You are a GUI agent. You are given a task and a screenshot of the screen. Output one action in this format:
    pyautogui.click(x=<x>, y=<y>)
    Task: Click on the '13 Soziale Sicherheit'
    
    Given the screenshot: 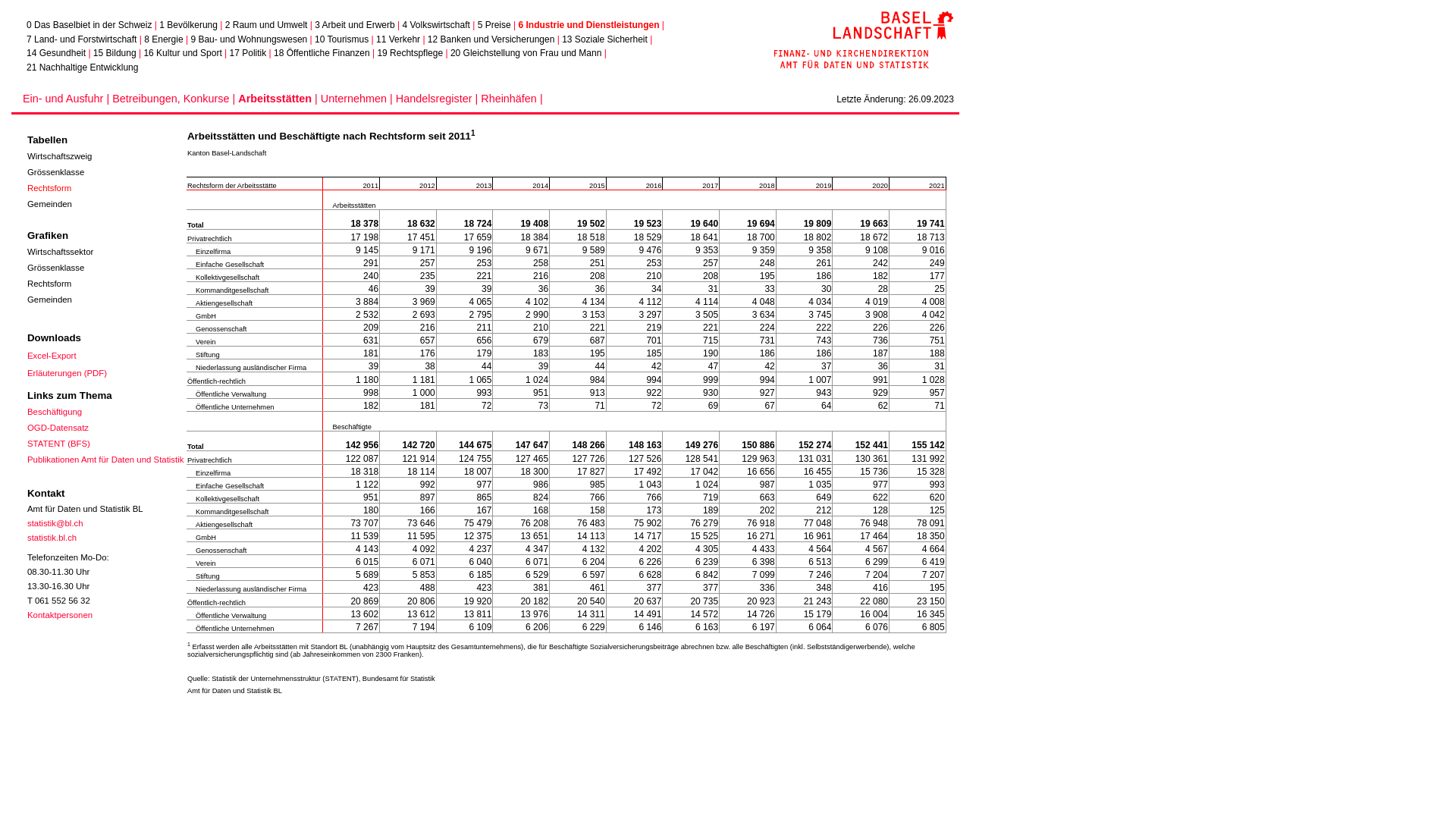 What is the action you would take?
    pyautogui.click(x=604, y=38)
    